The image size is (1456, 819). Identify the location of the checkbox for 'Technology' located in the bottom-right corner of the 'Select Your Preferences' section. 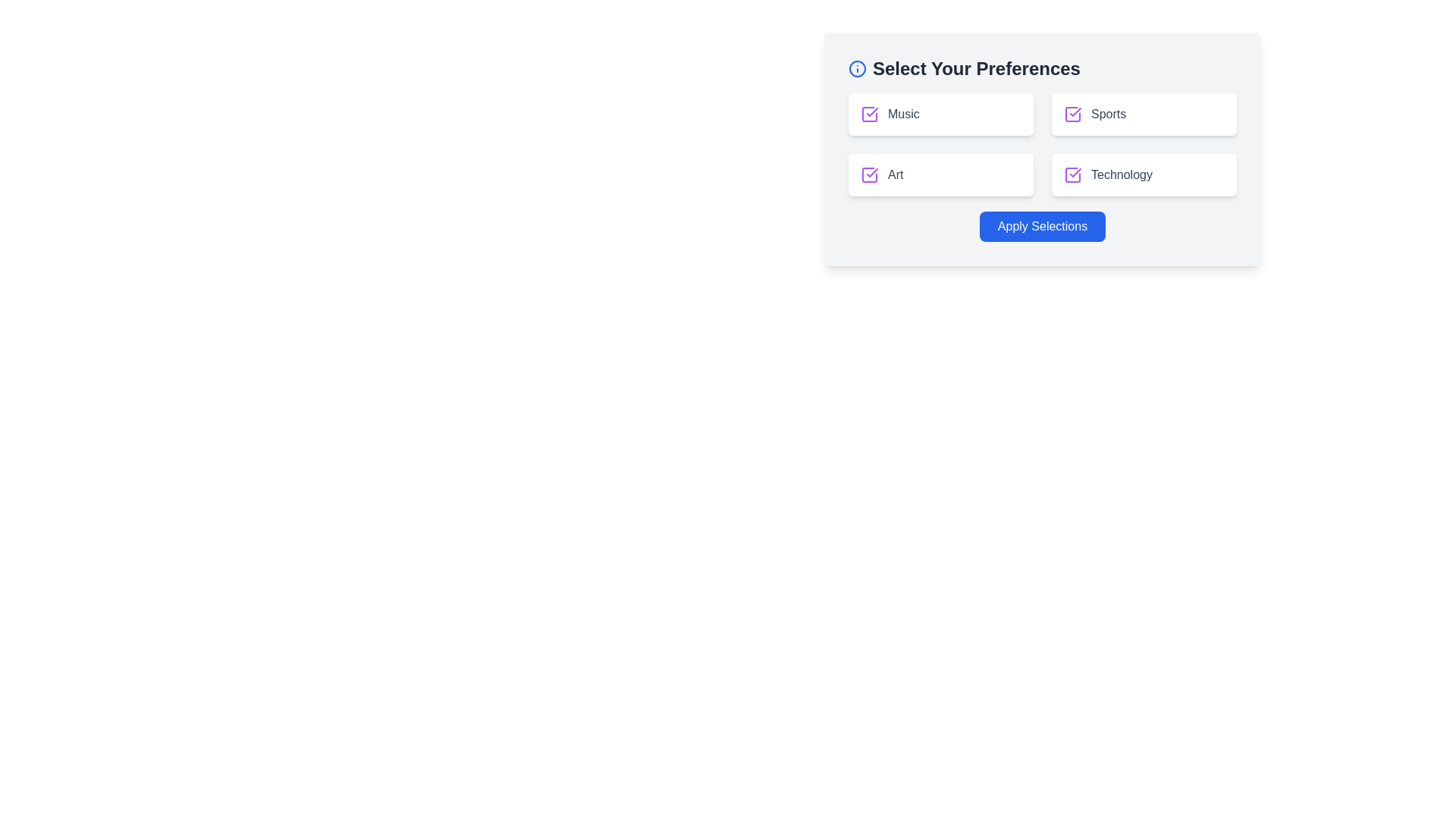
(1144, 174).